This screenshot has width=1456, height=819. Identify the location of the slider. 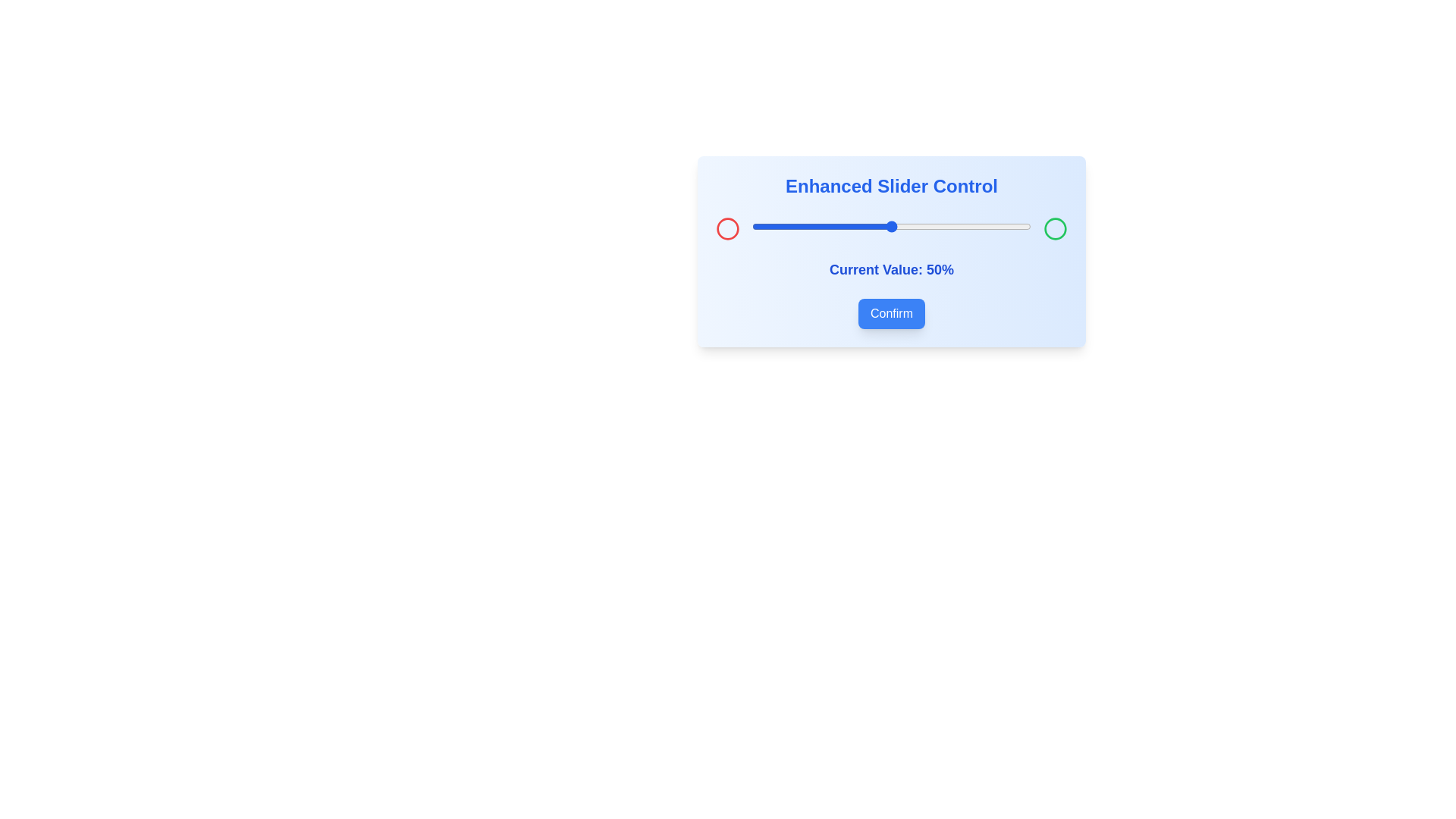
(804, 227).